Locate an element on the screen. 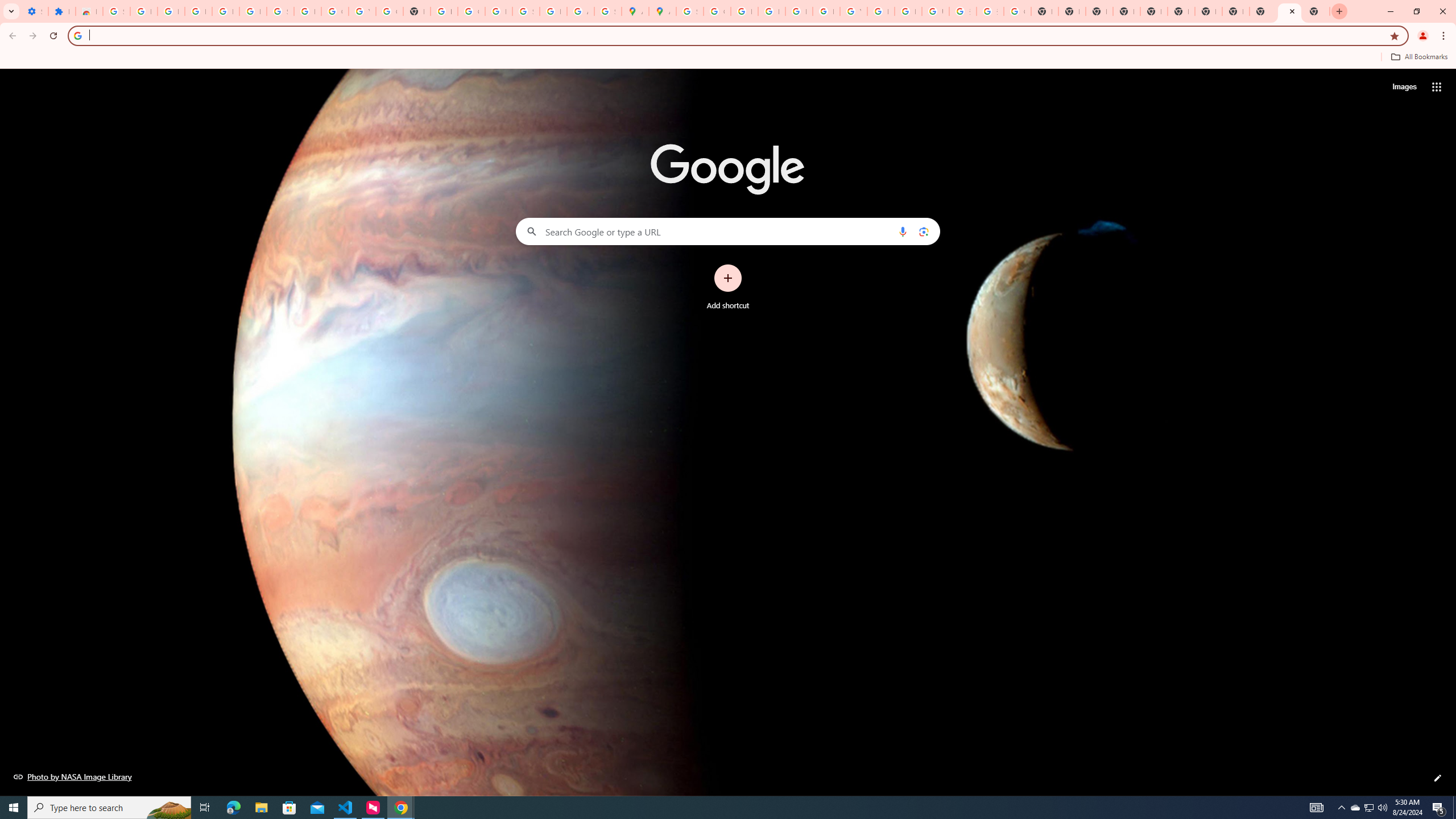 This screenshot has height=819, width=1456. 'Delete photos & videos - Computer - Google Photos Help' is located at coordinates (197, 11).